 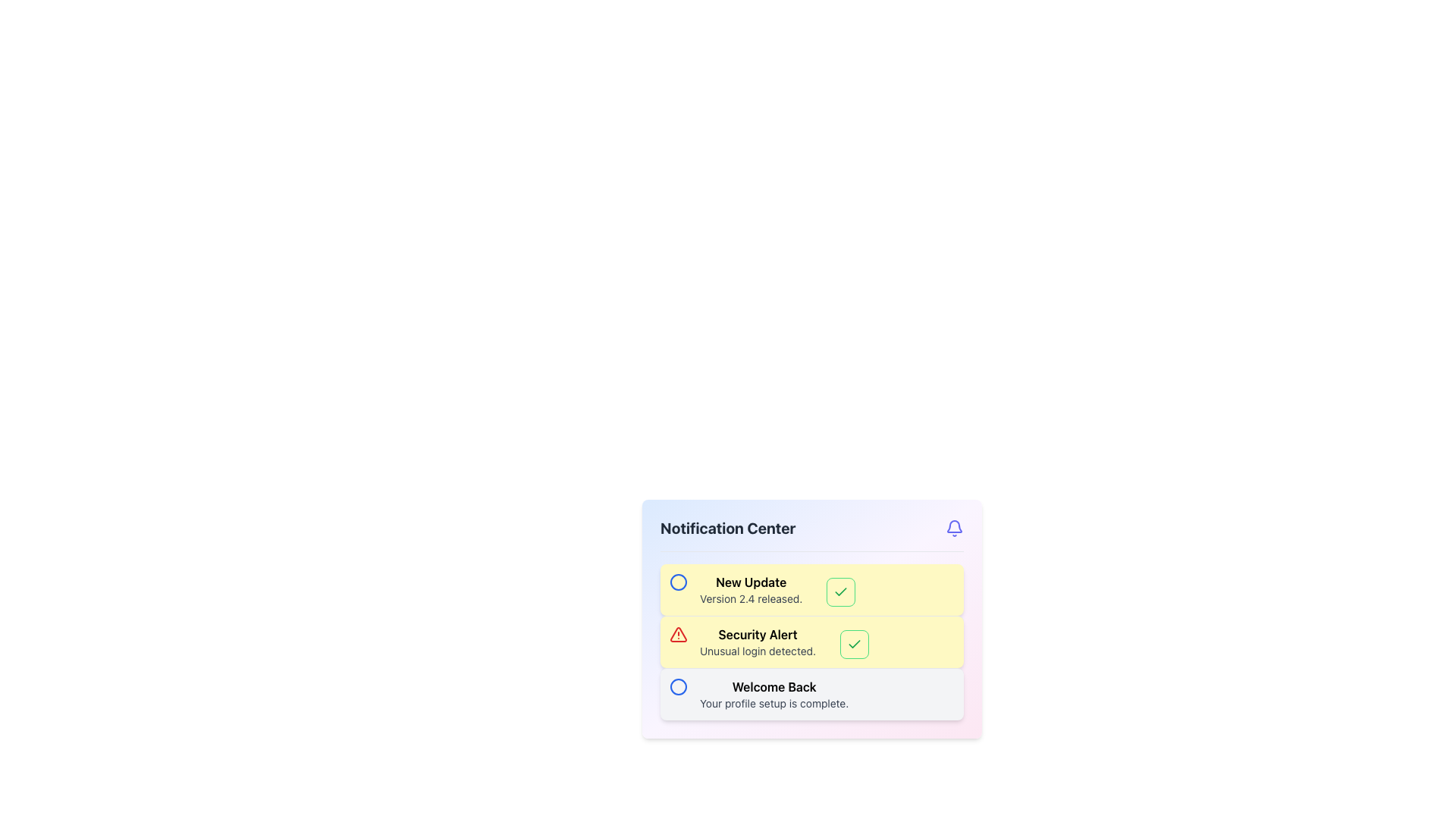 What do you see at coordinates (774, 687) in the screenshot?
I see `the content of the Text Label displaying 'Welcome Back', which is a bold header positioned at the bottom of a notification card, above the smaller text 'Your profile setup is complete'` at bounding box center [774, 687].